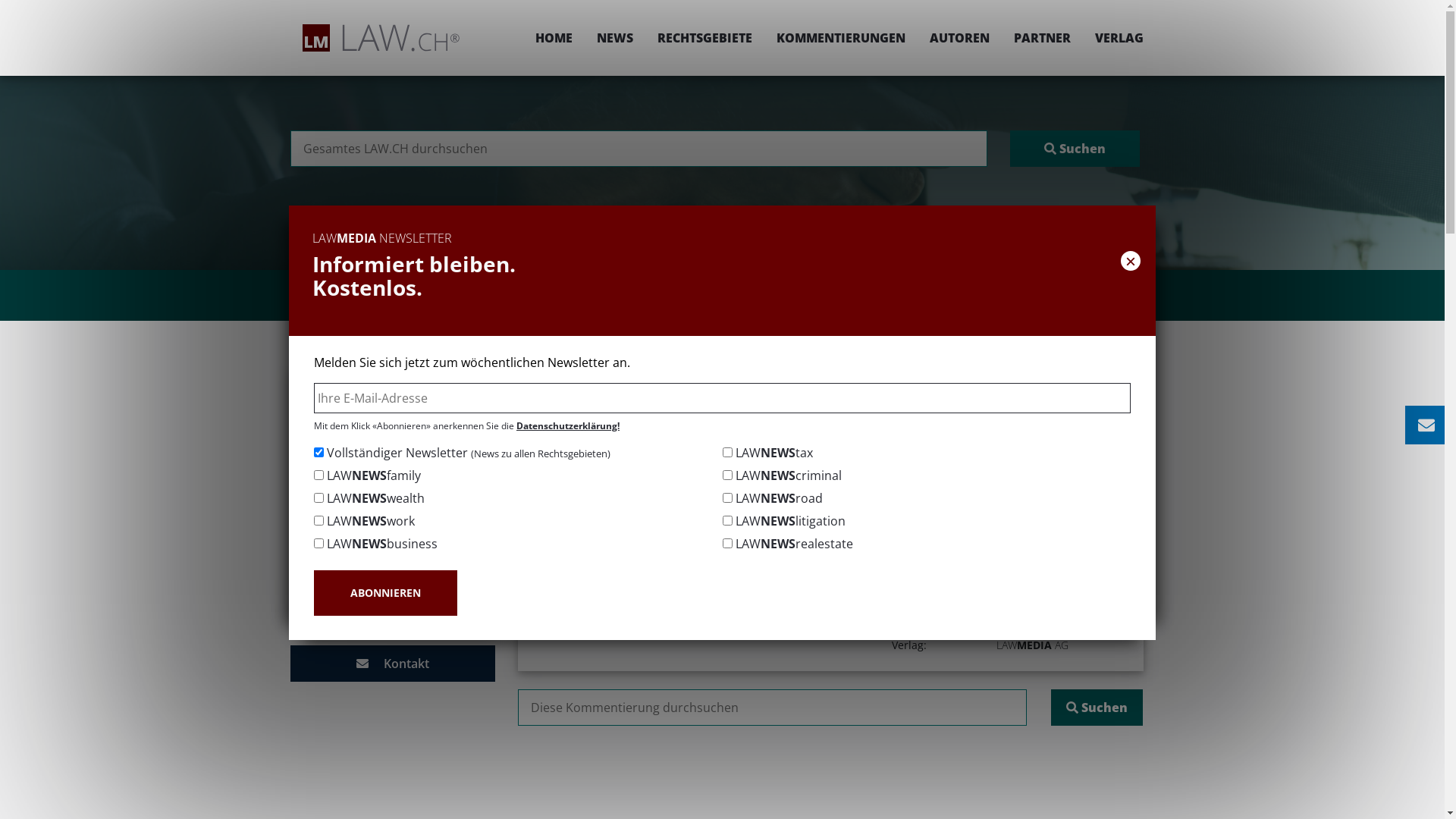 The image size is (1456, 819). Describe the element at coordinates (290, 663) in the screenshot. I see `'    Kontakt'` at that location.